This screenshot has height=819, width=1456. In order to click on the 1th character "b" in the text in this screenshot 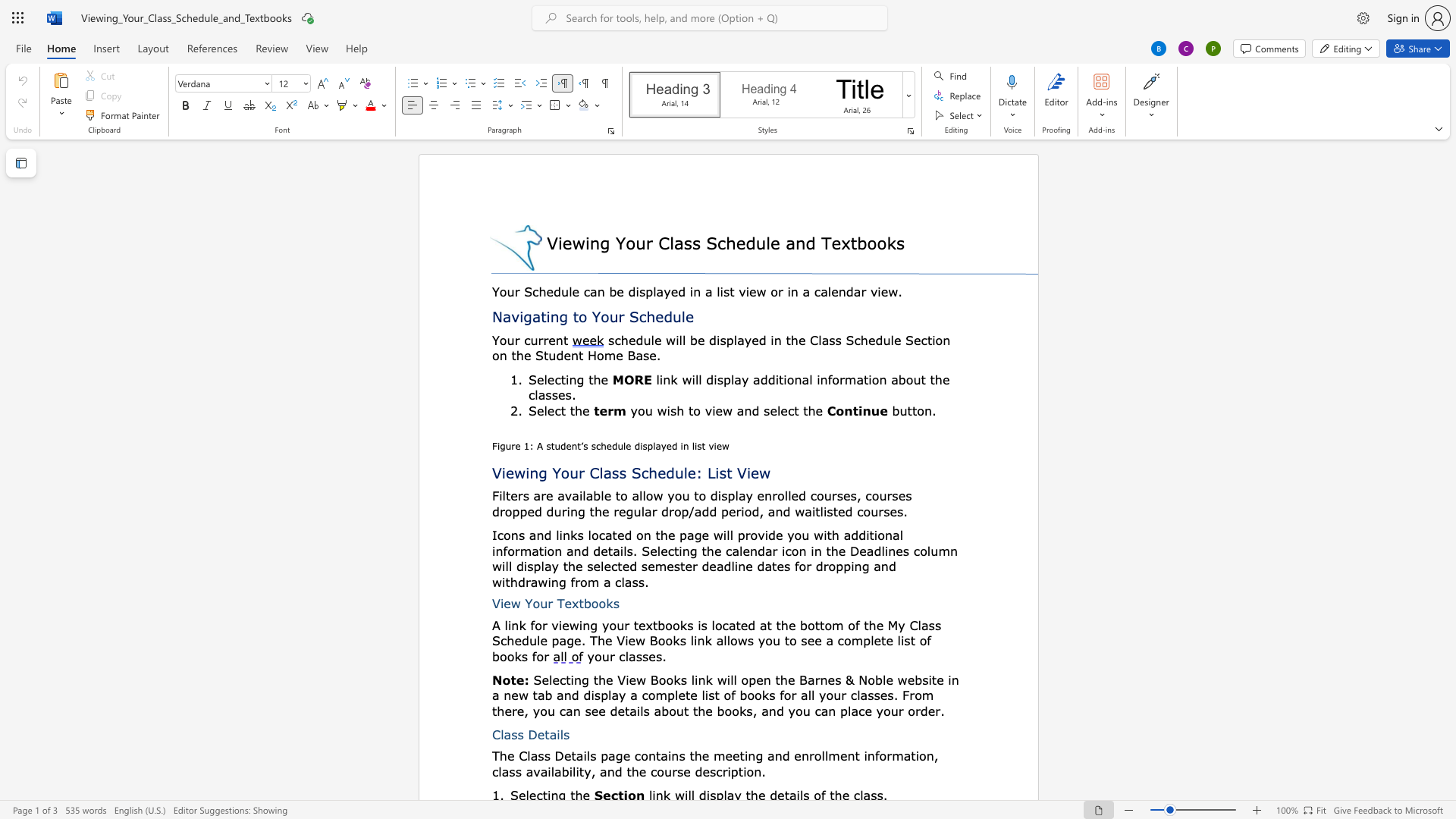, I will do `click(661, 625)`.